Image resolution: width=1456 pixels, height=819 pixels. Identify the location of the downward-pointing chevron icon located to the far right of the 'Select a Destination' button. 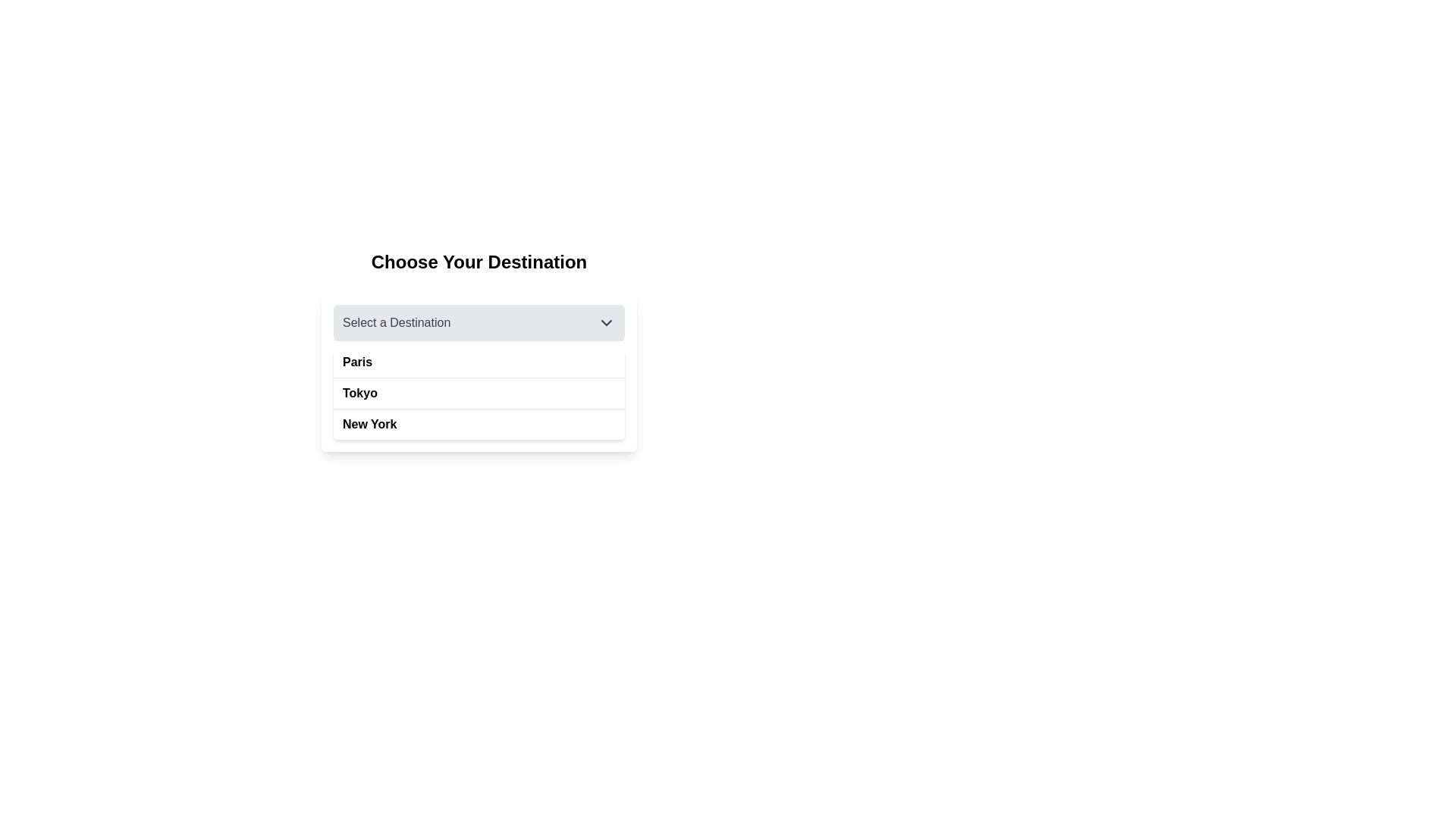
(607, 322).